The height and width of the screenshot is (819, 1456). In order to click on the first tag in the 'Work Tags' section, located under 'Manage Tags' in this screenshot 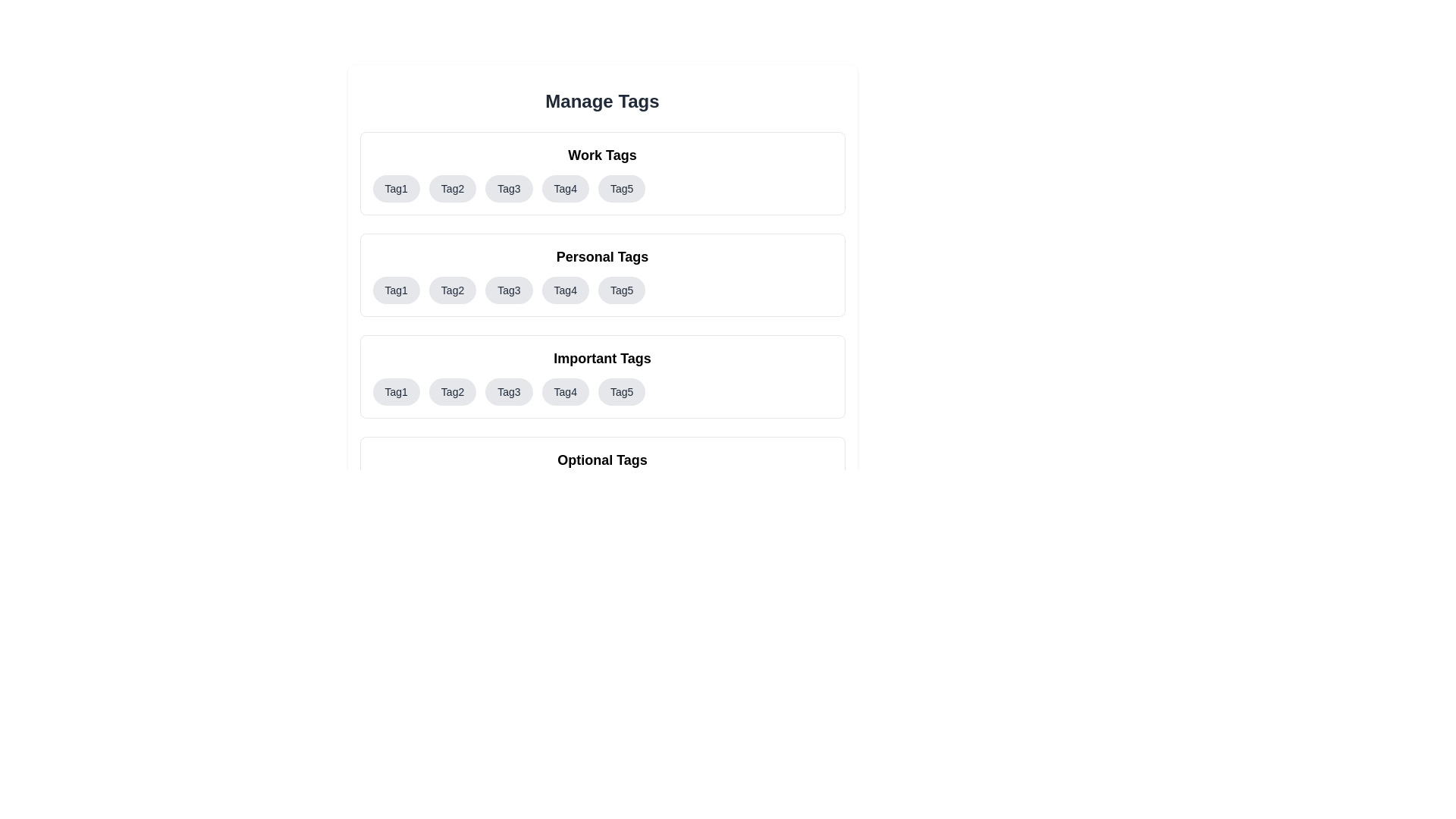, I will do `click(396, 188)`.